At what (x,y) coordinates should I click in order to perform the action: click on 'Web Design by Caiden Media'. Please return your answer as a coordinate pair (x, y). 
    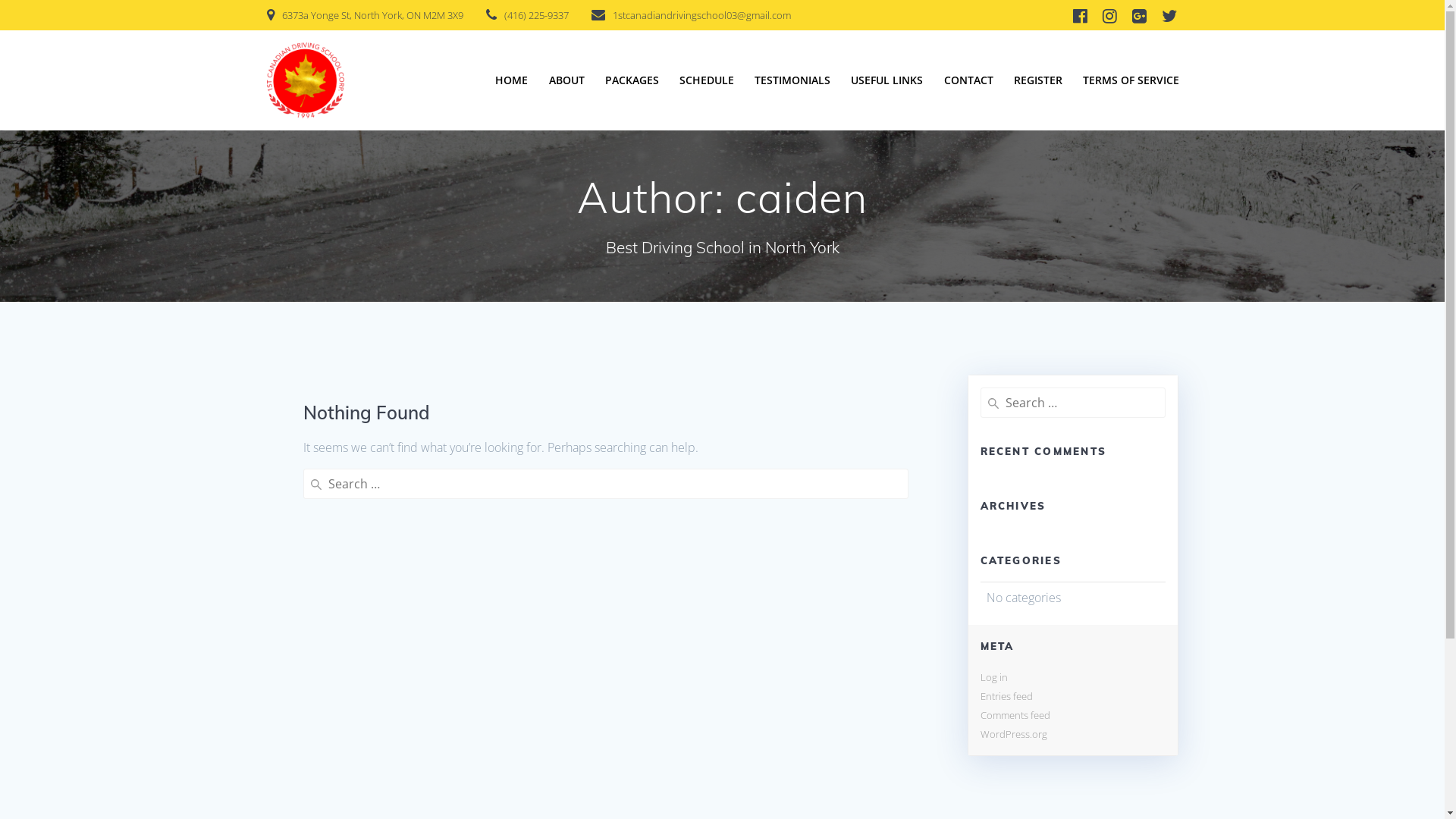
    Looking at the image, I should click on (1072, 728).